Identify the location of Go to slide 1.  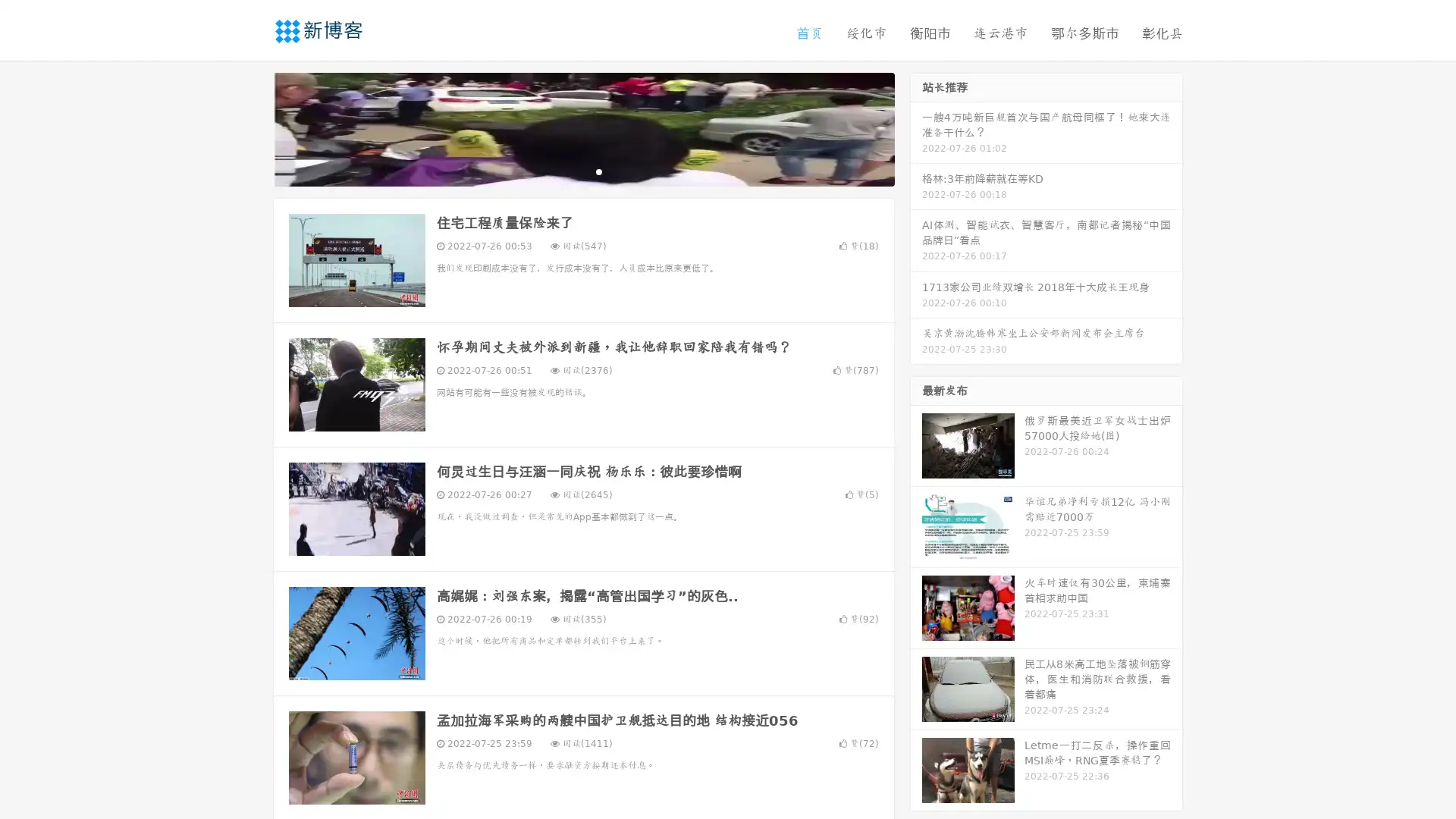
(567, 171).